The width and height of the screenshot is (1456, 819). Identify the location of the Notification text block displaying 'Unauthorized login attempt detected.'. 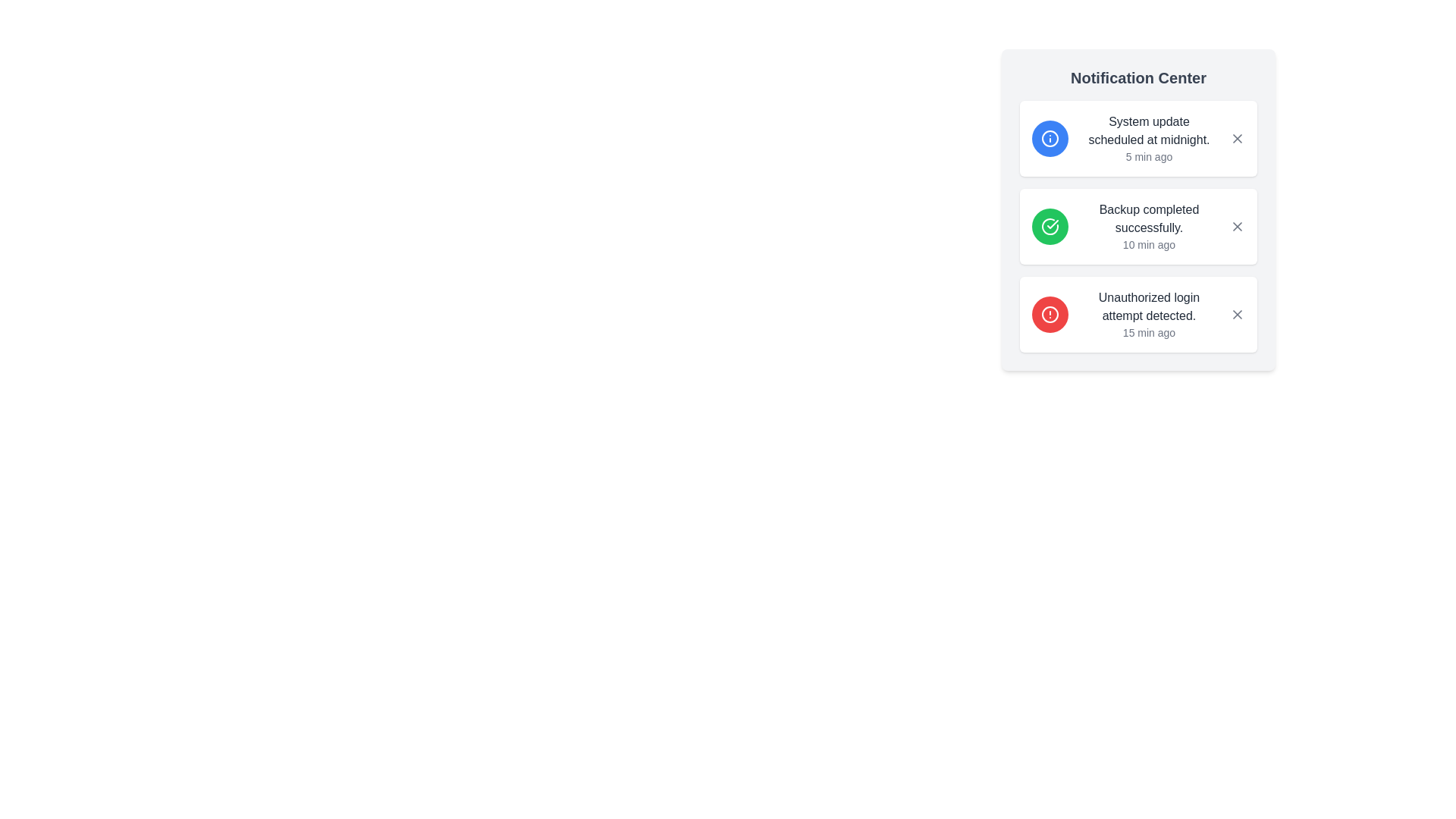
(1149, 314).